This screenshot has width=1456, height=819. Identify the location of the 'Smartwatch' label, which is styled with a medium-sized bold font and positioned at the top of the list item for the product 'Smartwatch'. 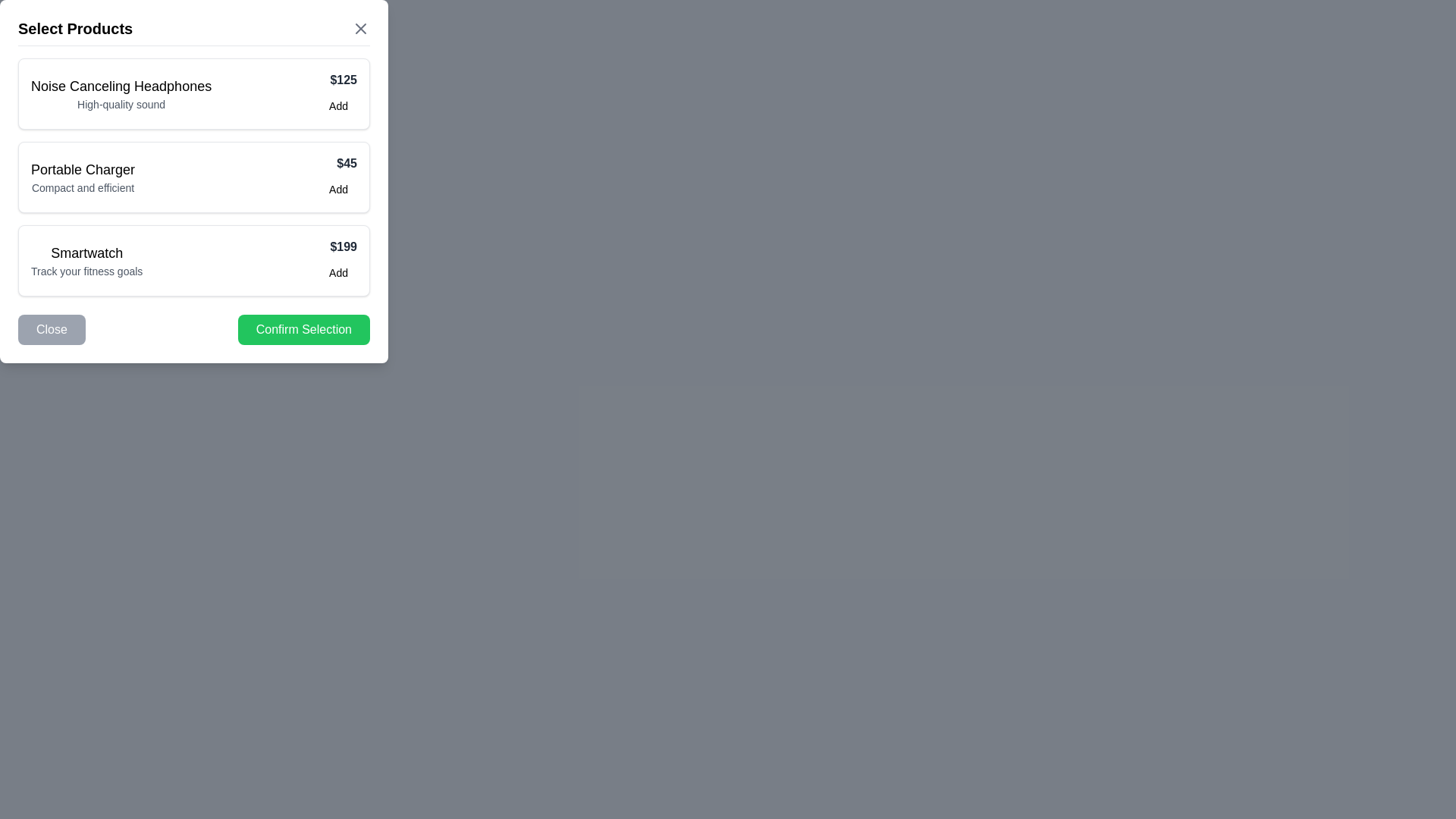
(86, 253).